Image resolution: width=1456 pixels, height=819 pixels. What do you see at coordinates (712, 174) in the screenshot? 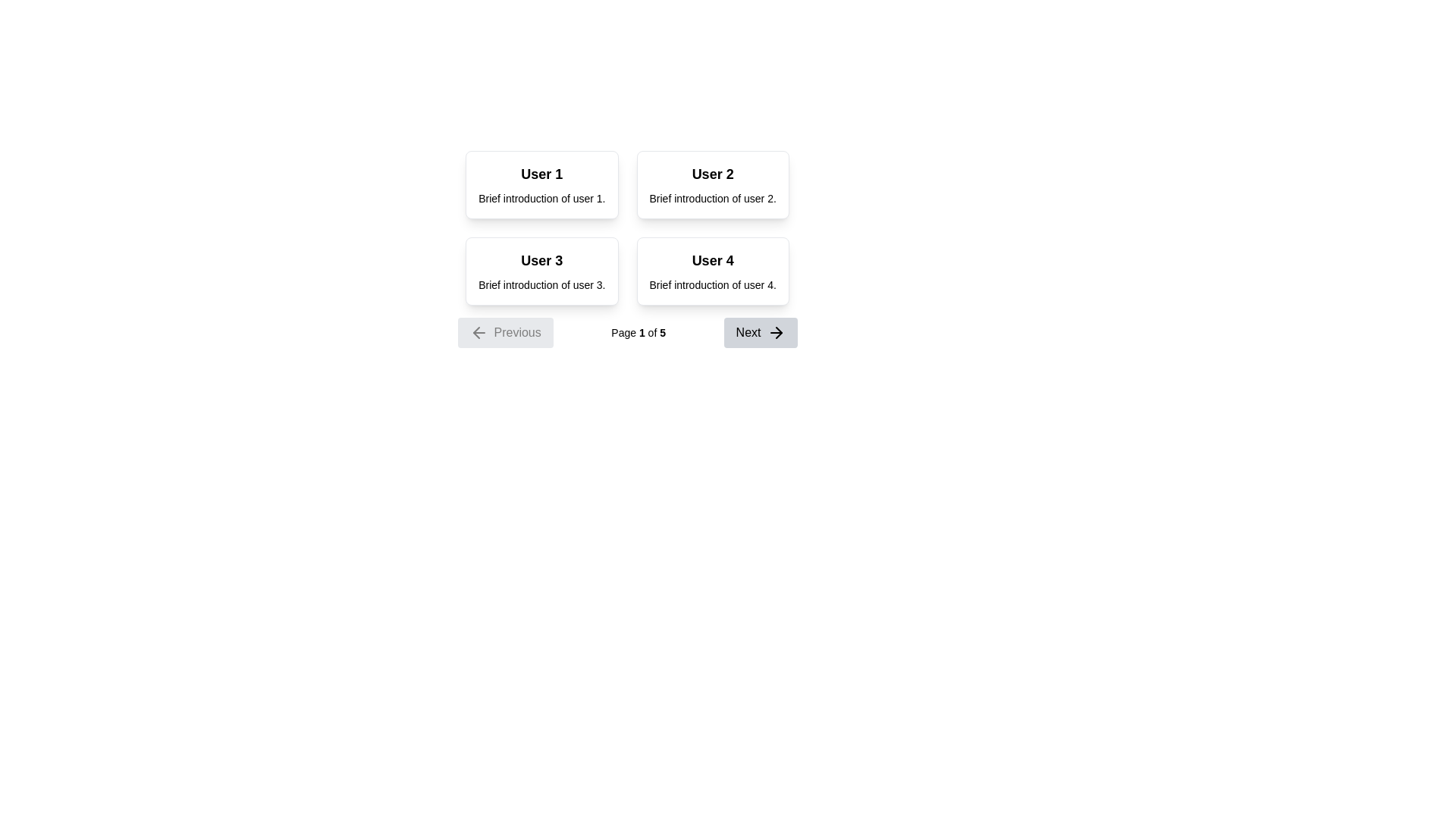
I see `bold text 'User 2' which is the primary heading of the second card in the grid, located at the top row, second column` at bounding box center [712, 174].